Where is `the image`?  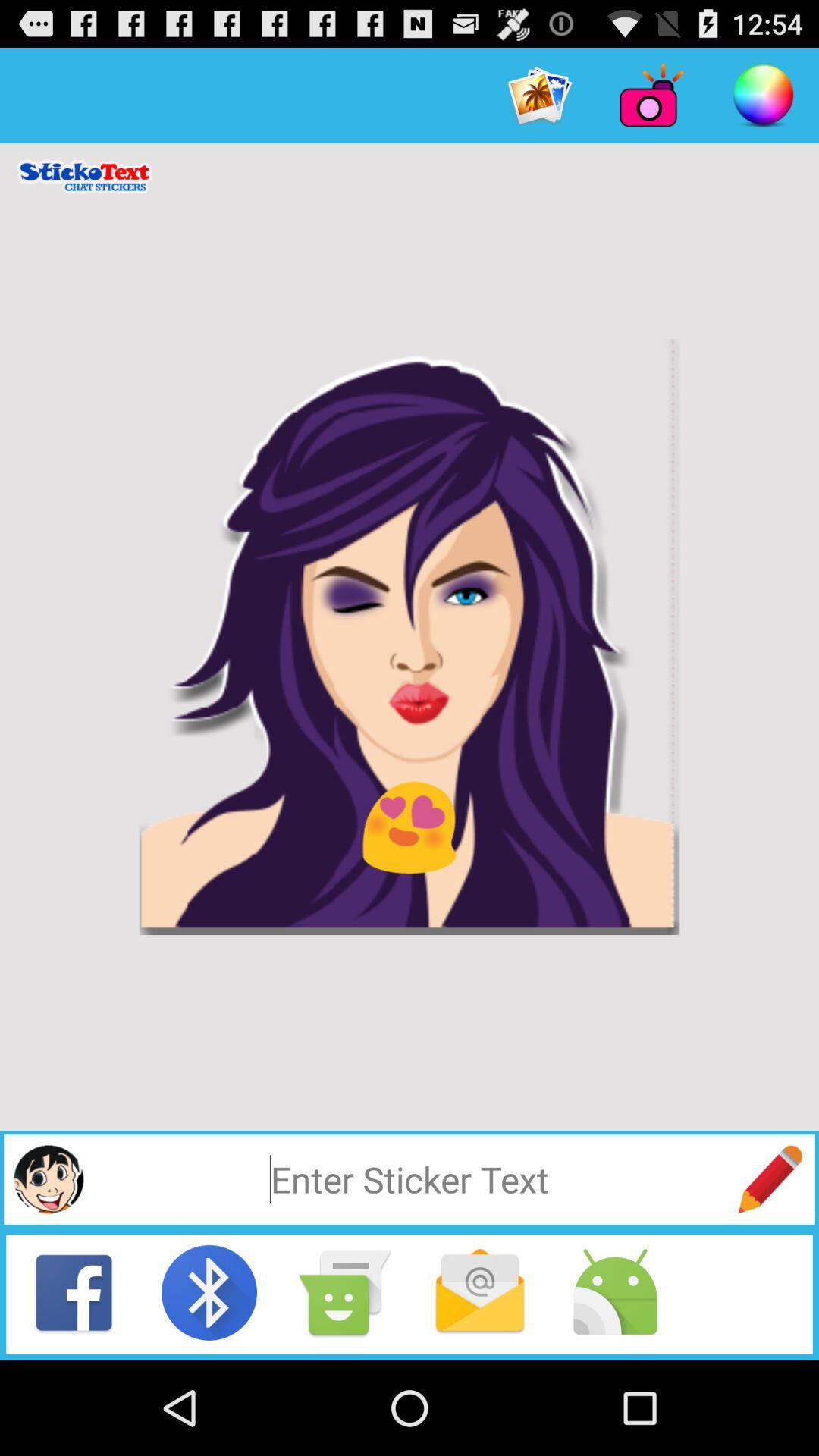
the image is located at coordinates (409, 637).